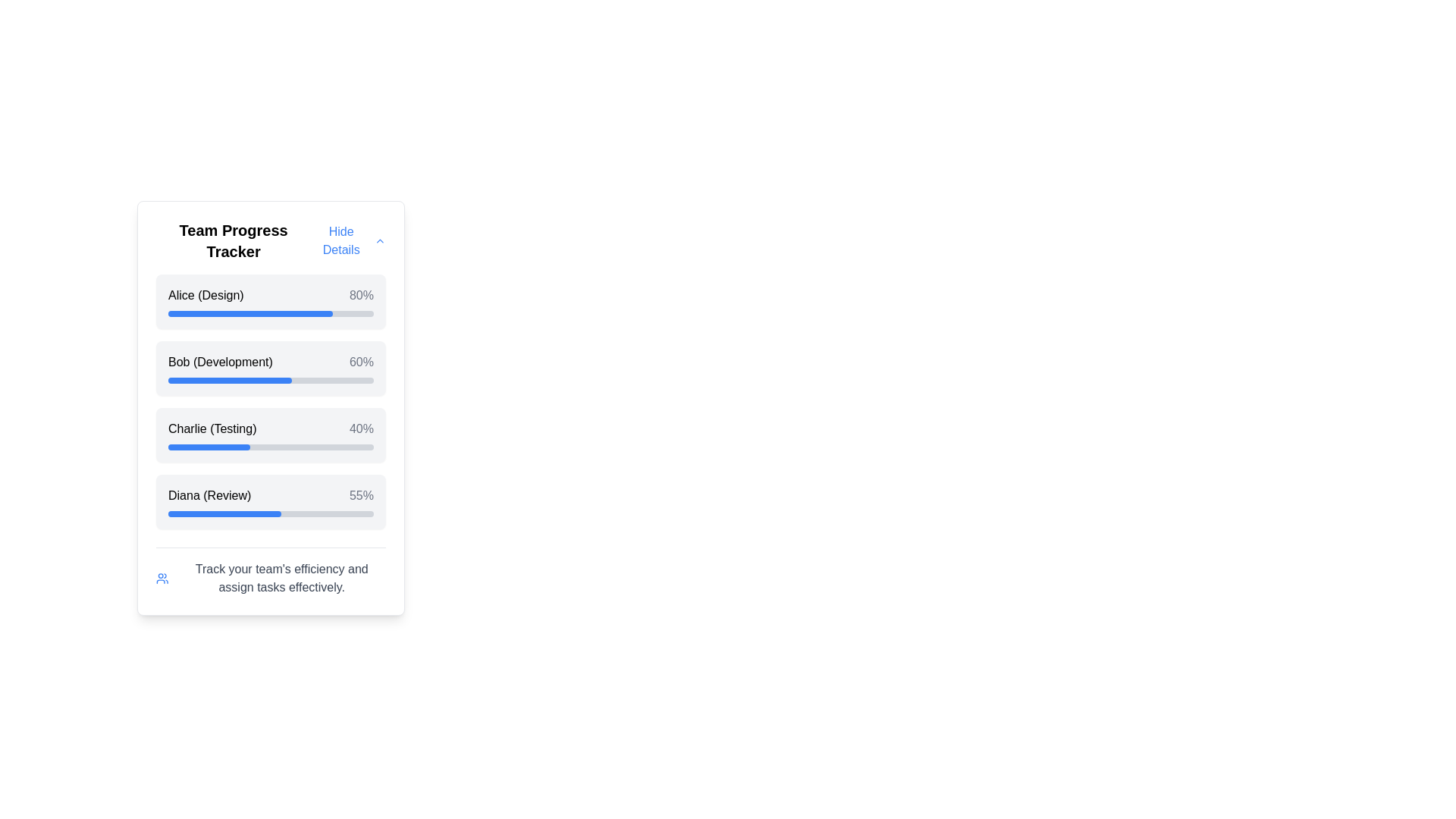 The height and width of the screenshot is (819, 1456). What do you see at coordinates (271, 369) in the screenshot?
I see `the progress indicator for 'Bob (Development)'` at bounding box center [271, 369].